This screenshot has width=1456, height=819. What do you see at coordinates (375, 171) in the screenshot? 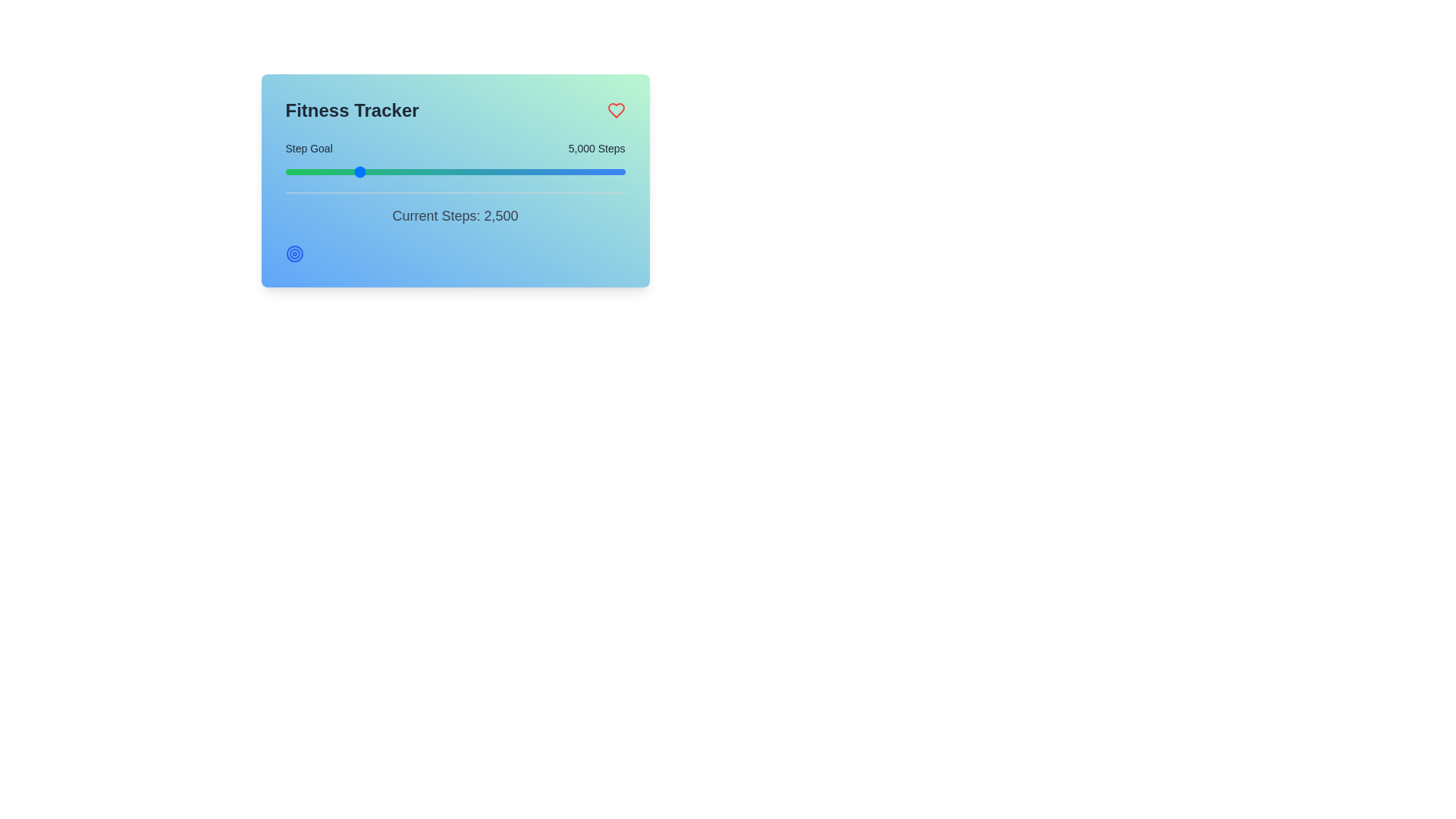
I see `the step goal slider to set the step goal to 6032` at bounding box center [375, 171].